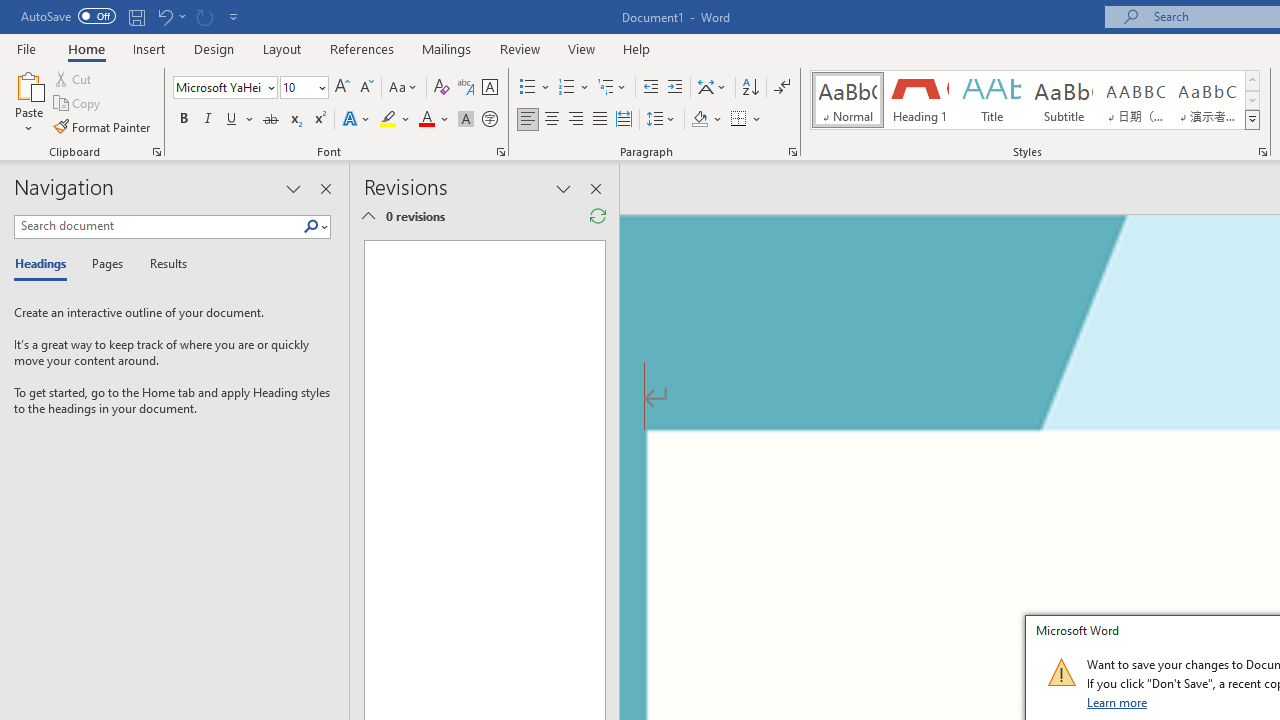 The width and height of the screenshot is (1280, 720). Describe the element at coordinates (1062, 100) in the screenshot. I see `'Subtitle'` at that location.